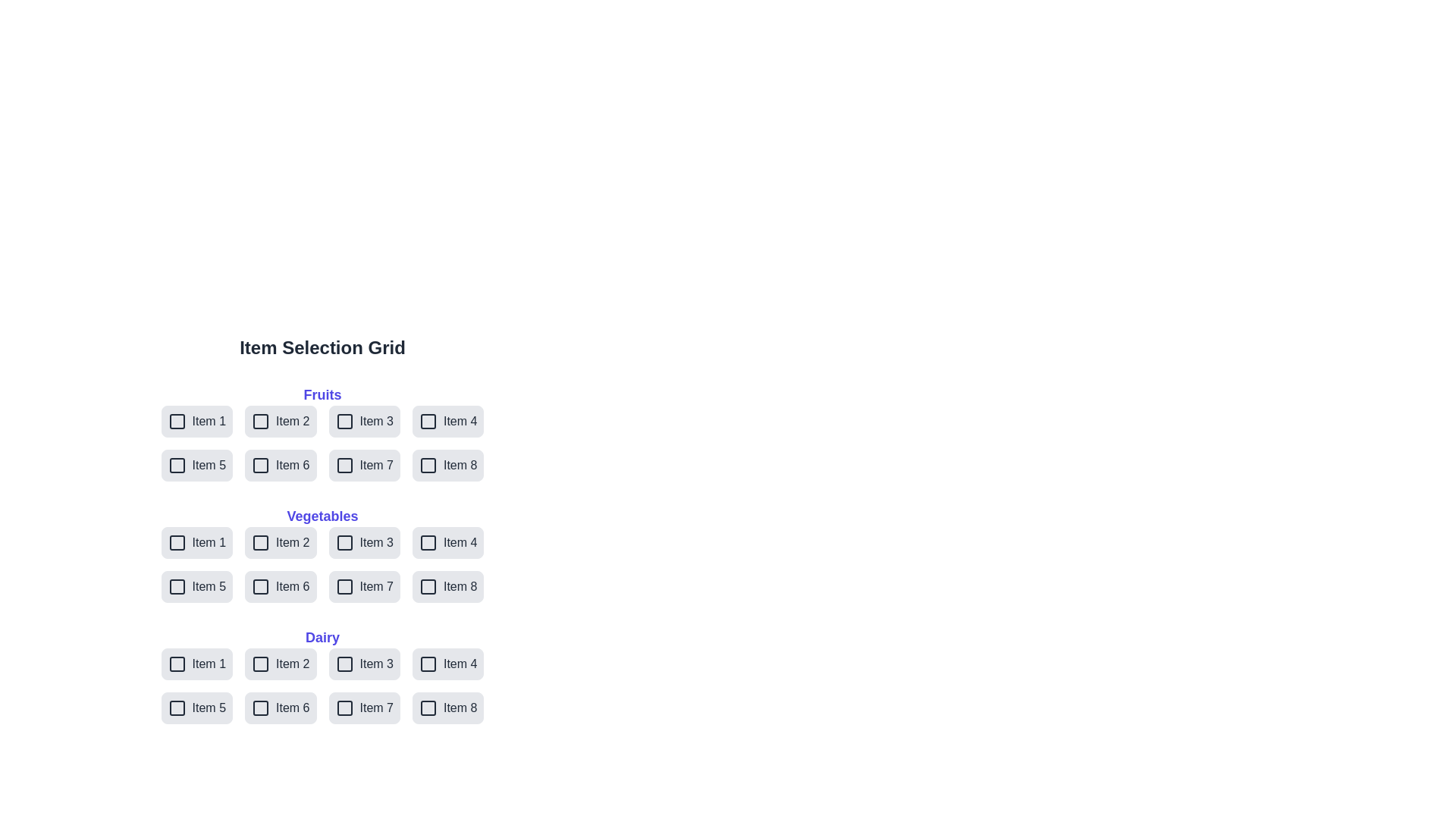 The width and height of the screenshot is (1456, 819). I want to click on the category Dairy to interact with it, so click(322, 637).